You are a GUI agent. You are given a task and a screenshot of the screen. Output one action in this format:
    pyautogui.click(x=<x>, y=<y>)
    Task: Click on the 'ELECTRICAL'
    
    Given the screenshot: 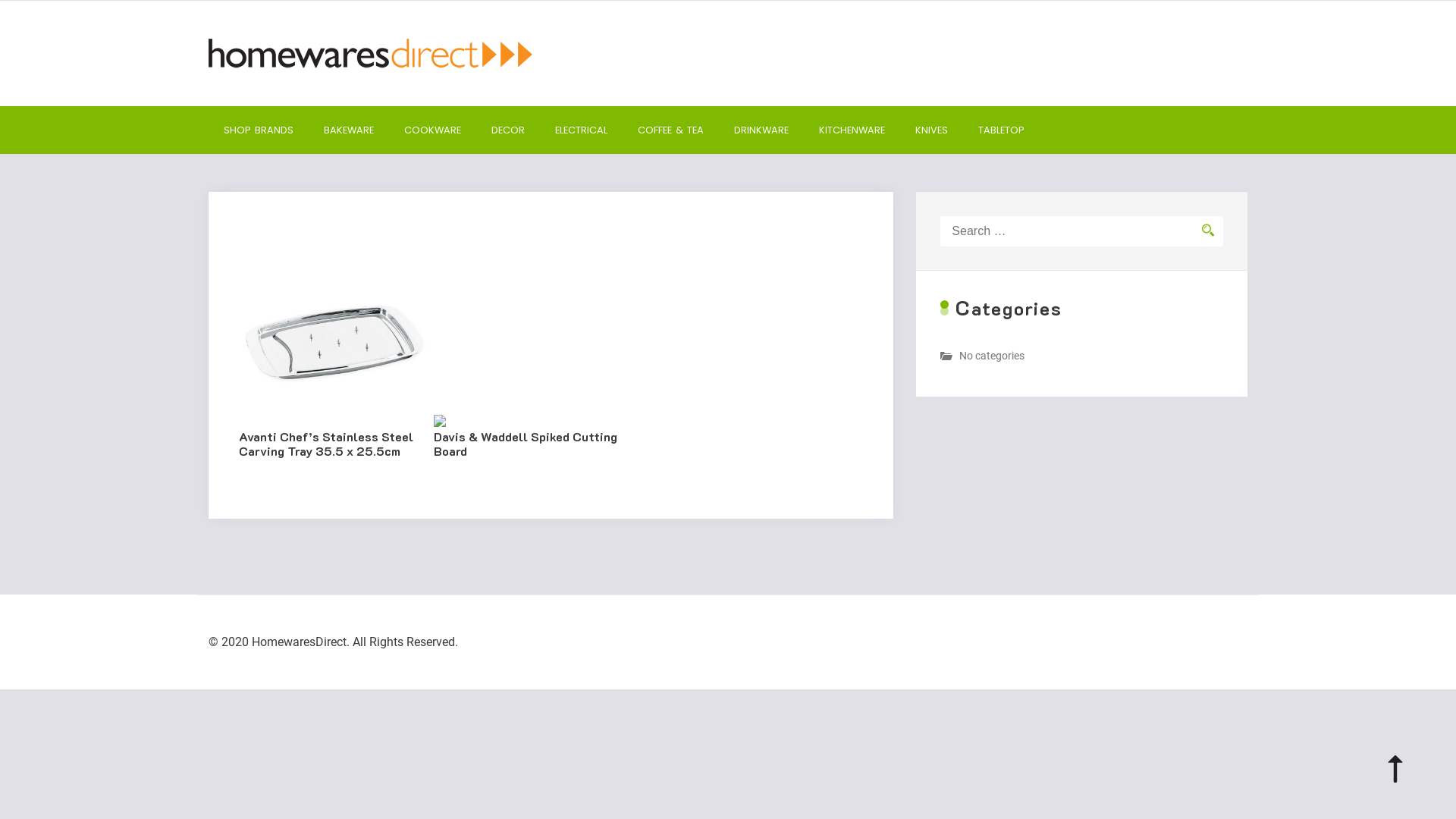 What is the action you would take?
    pyautogui.click(x=580, y=129)
    